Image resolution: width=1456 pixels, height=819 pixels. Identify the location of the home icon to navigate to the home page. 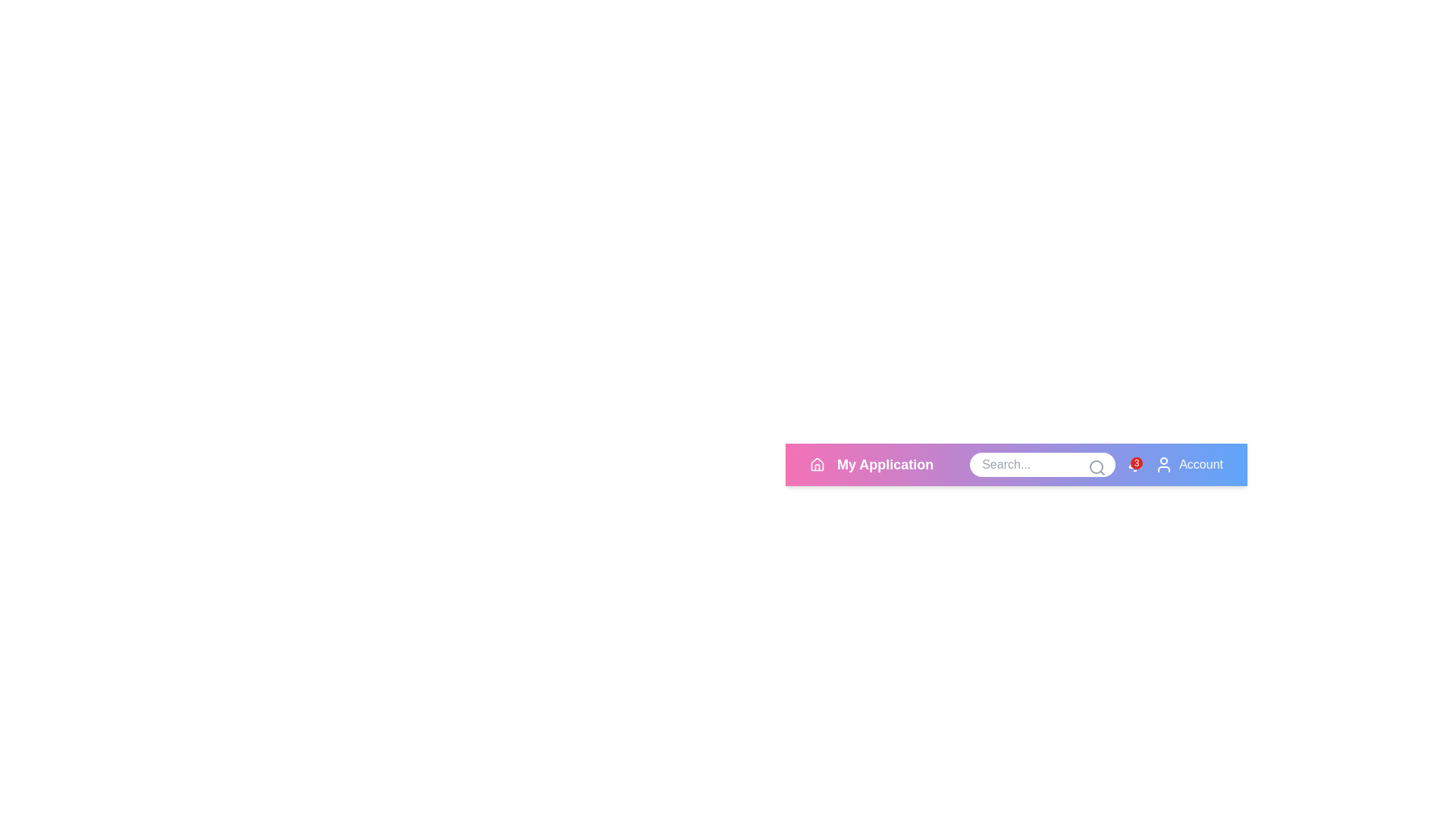
(817, 464).